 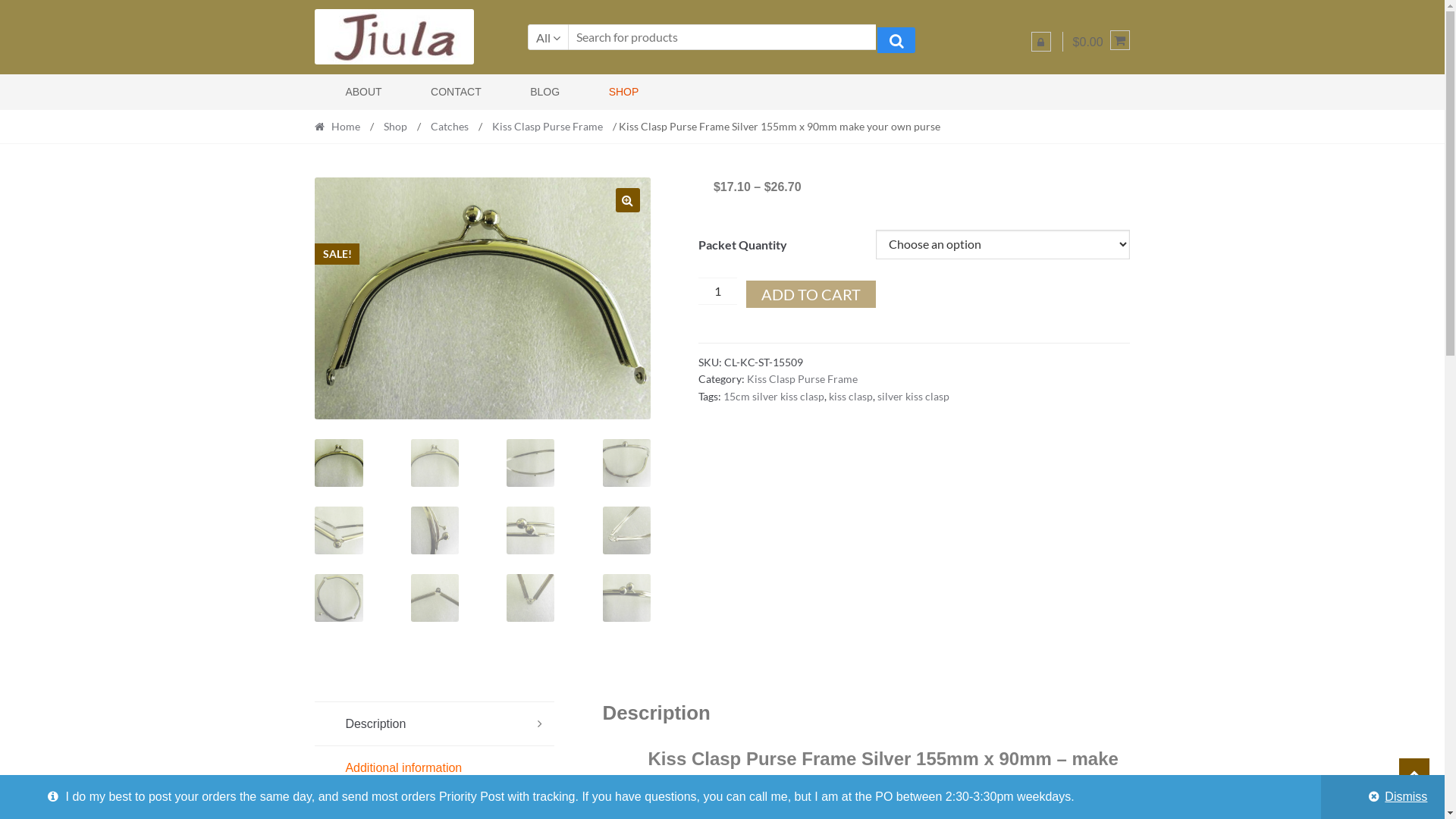 What do you see at coordinates (395, 125) in the screenshot?
I see `'Shop'` at bounding box center [395, 125].